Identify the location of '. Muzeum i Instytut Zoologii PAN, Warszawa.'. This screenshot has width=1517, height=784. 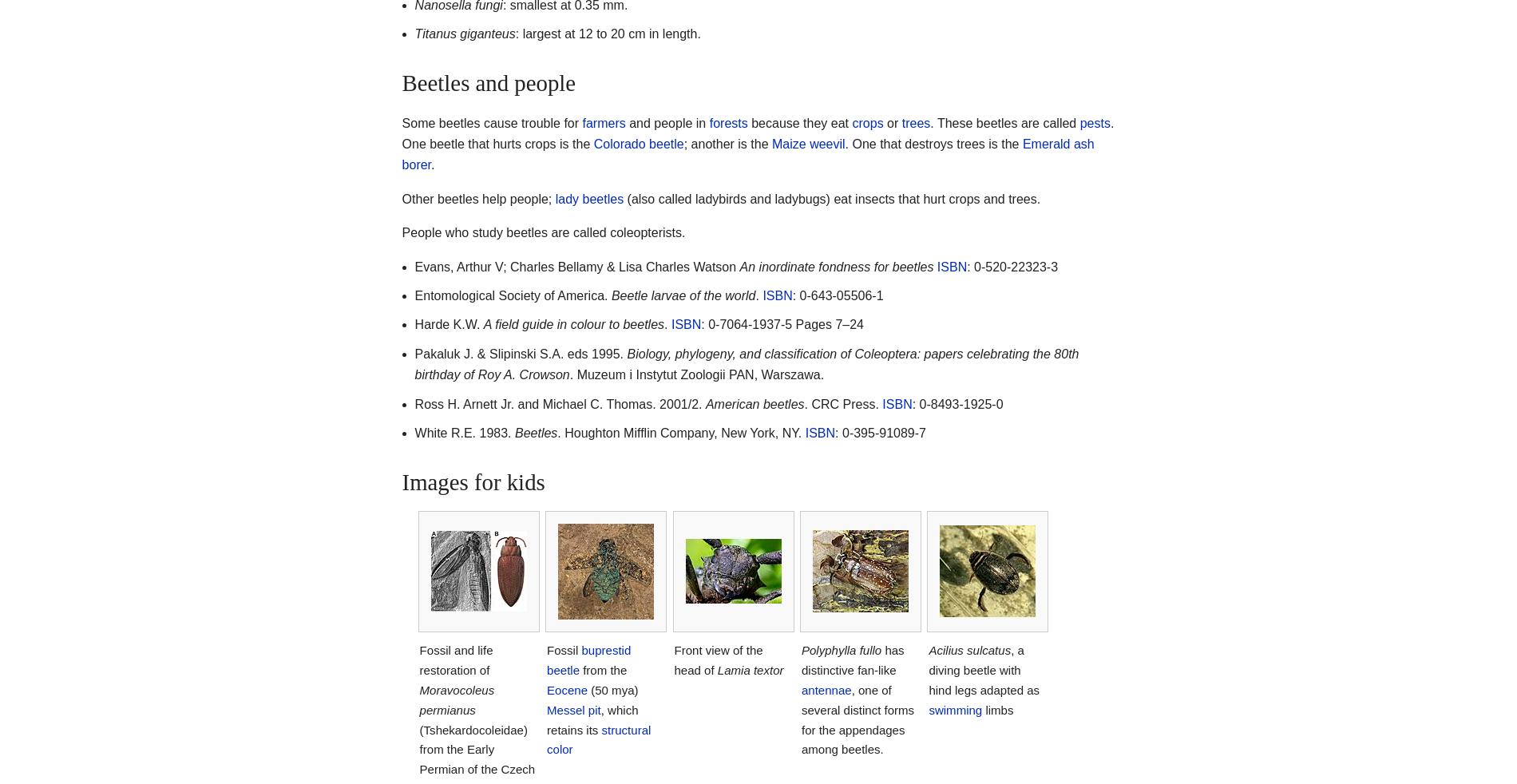
(568, 374).